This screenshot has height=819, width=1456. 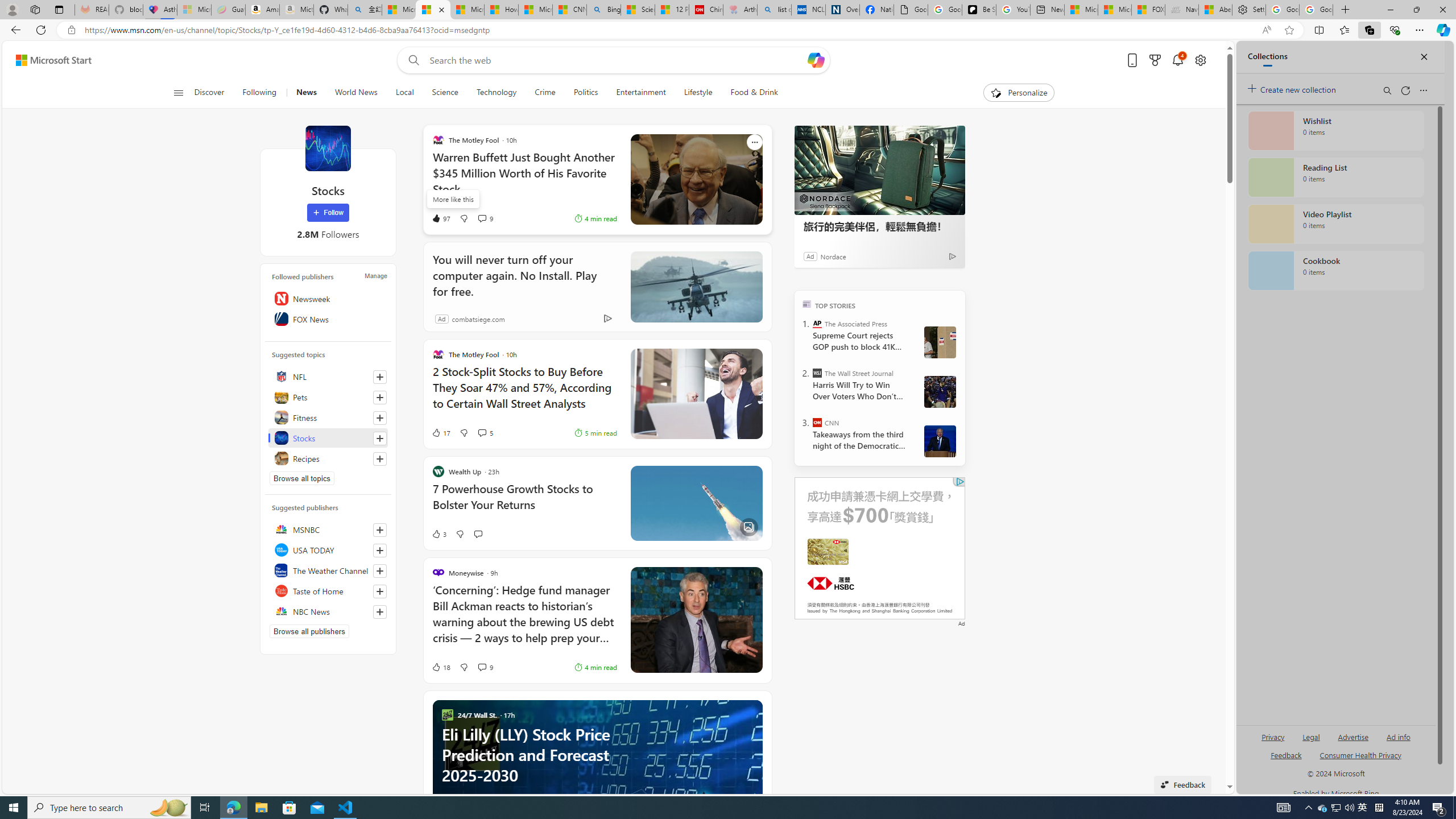 I want to click on 'The Wall Street Journal', so click(x=816, y=372).